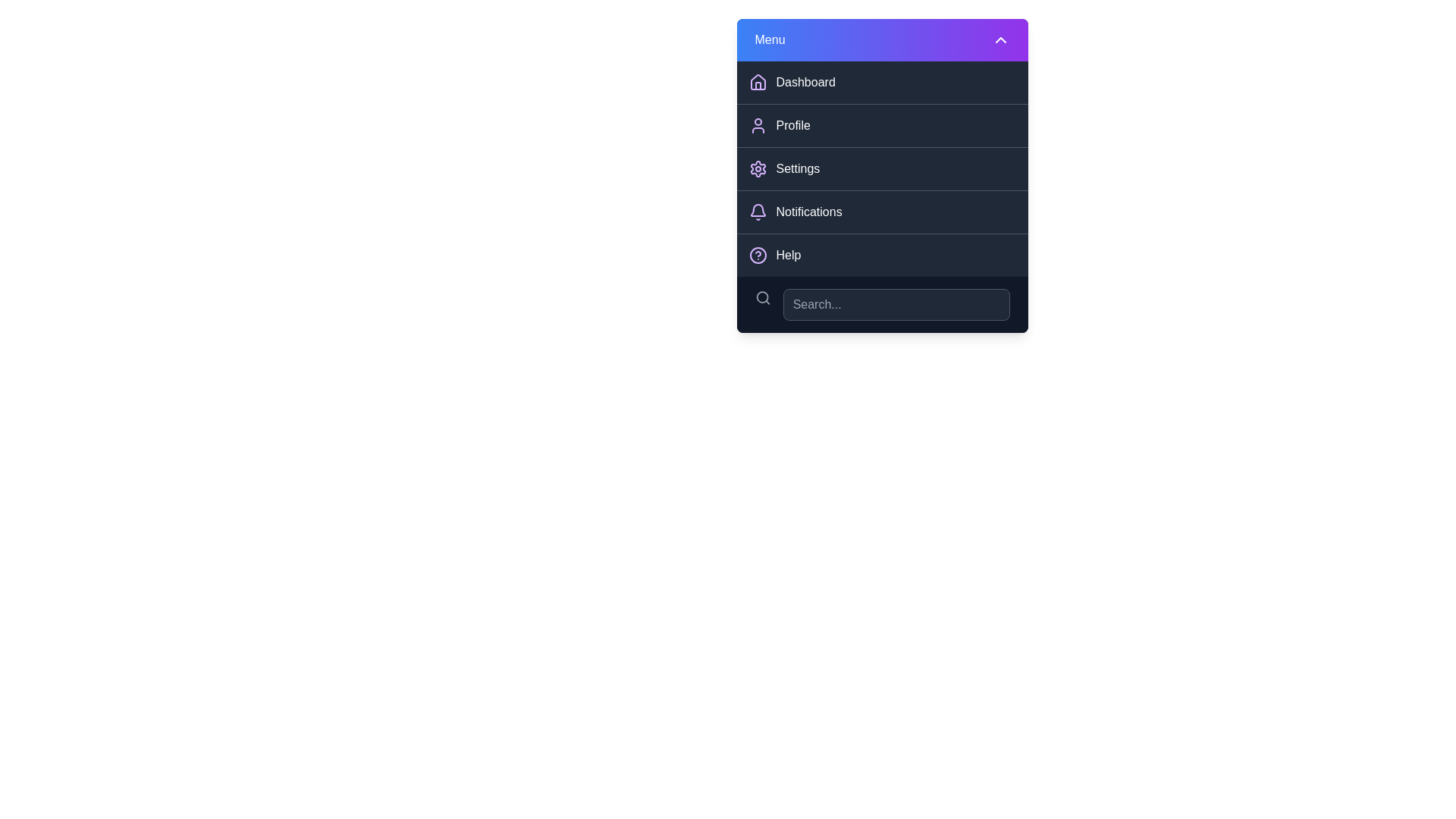  What do you see at coordinates (758, 254) in the screenshot?
I see `the 'Help' icon located in the fifth row of the menu list` at bounding box center [758, 254].